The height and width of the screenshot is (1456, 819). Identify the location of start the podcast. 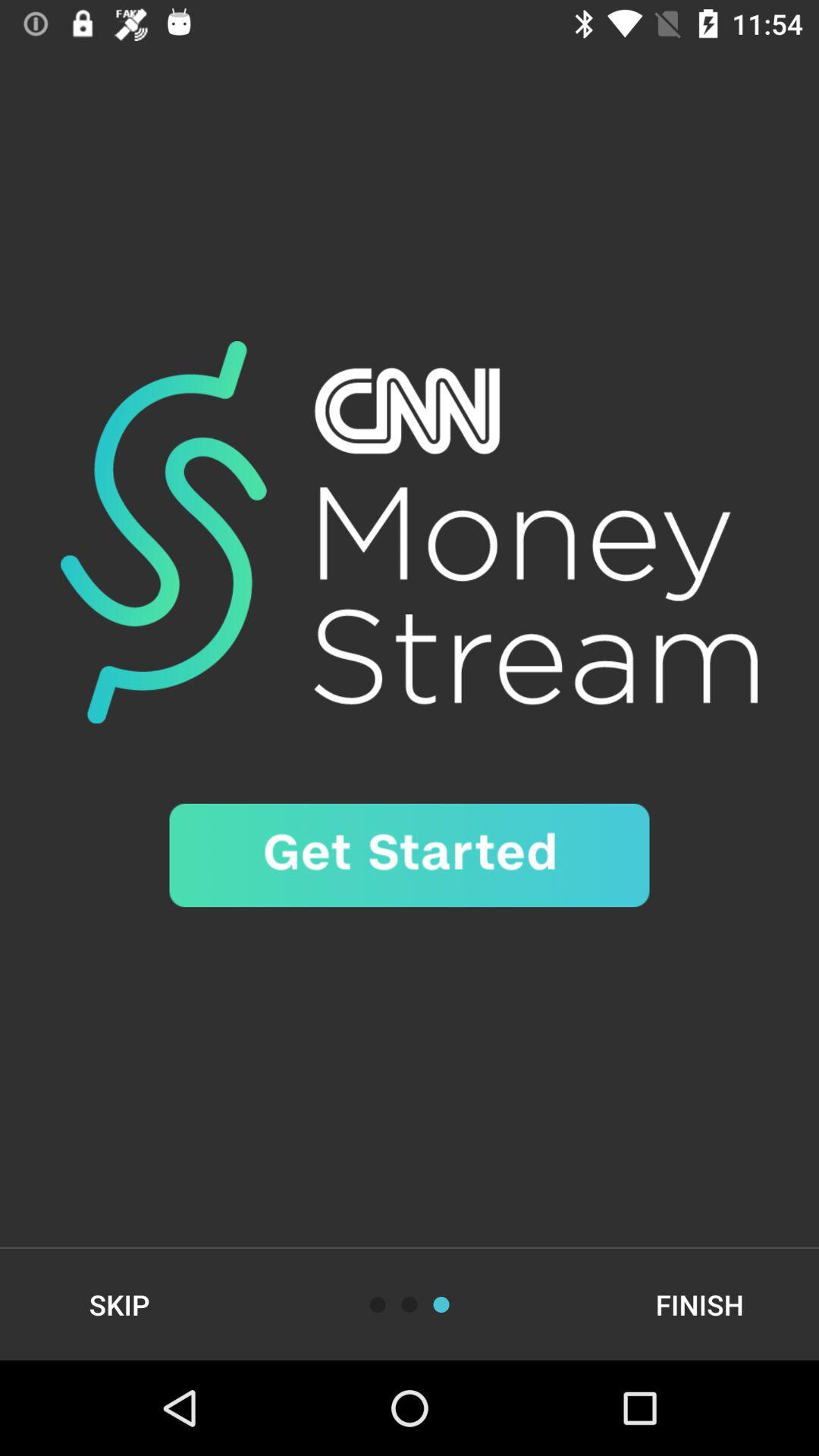
(409, 855).